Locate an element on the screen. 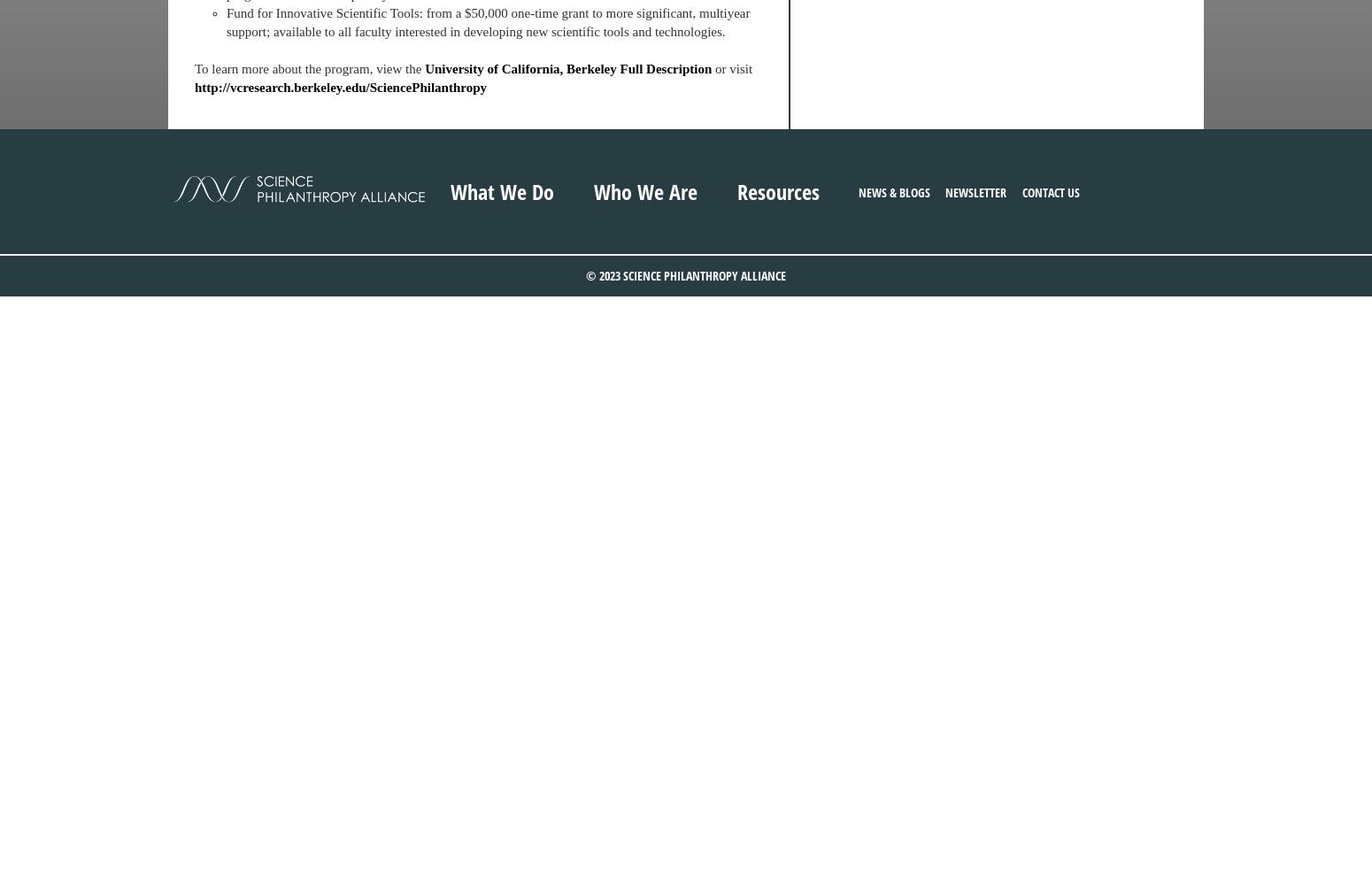 This screenshot has width=1372, height=885. 'or visit' is located at coordinates (730, 68).